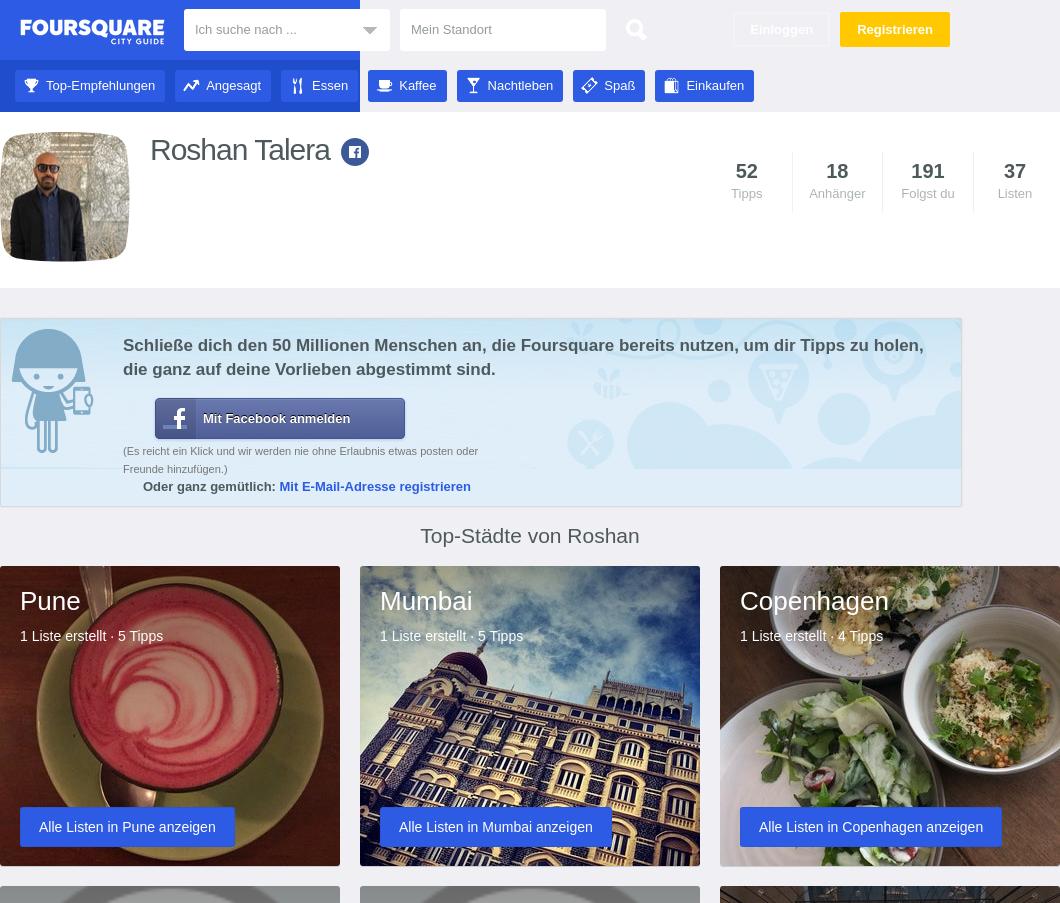  Describe the element at coordinates (519, 85) in the screenshot. I see `'Nachtleben'` at that location.